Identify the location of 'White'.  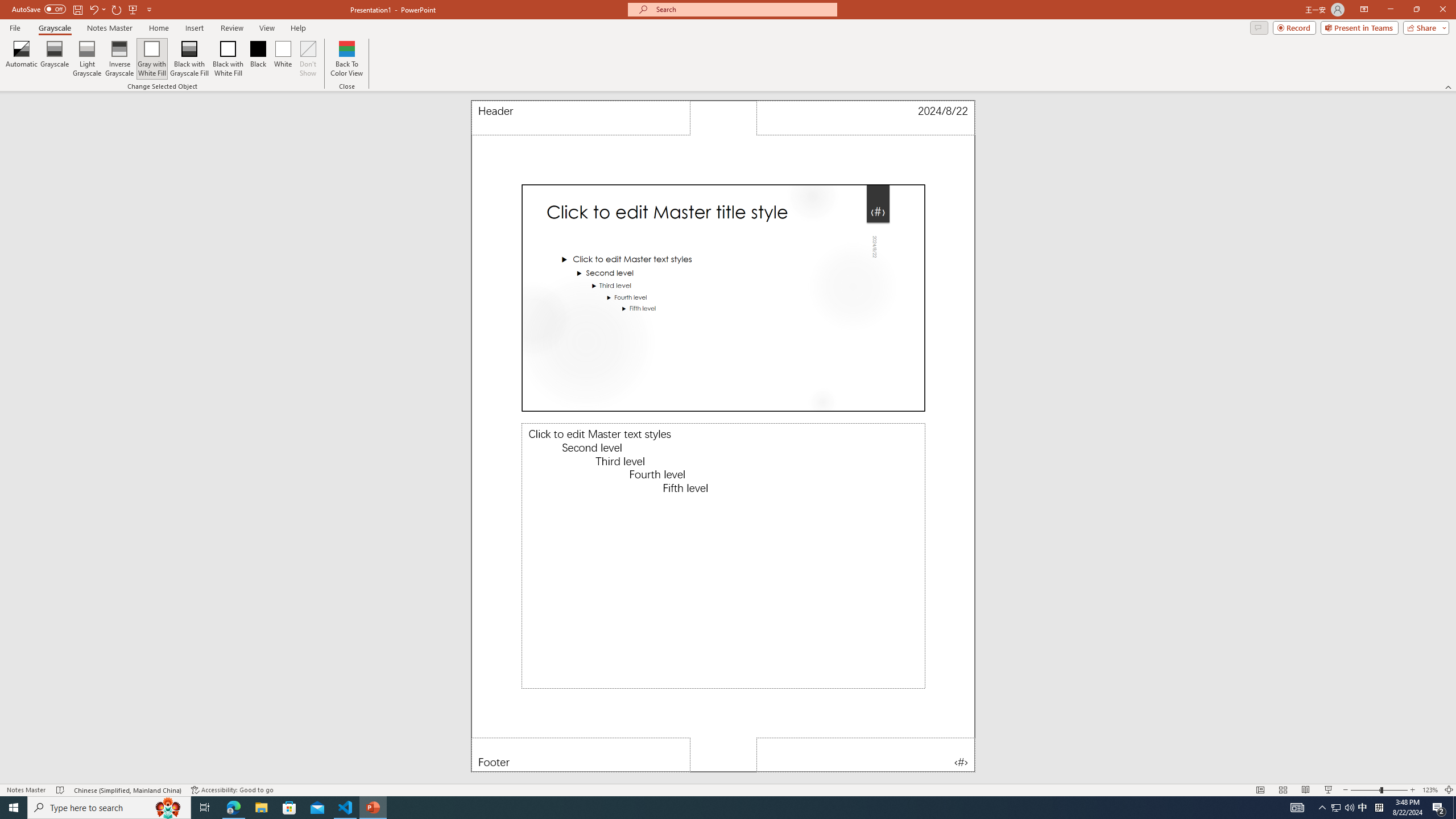
(283, 59).